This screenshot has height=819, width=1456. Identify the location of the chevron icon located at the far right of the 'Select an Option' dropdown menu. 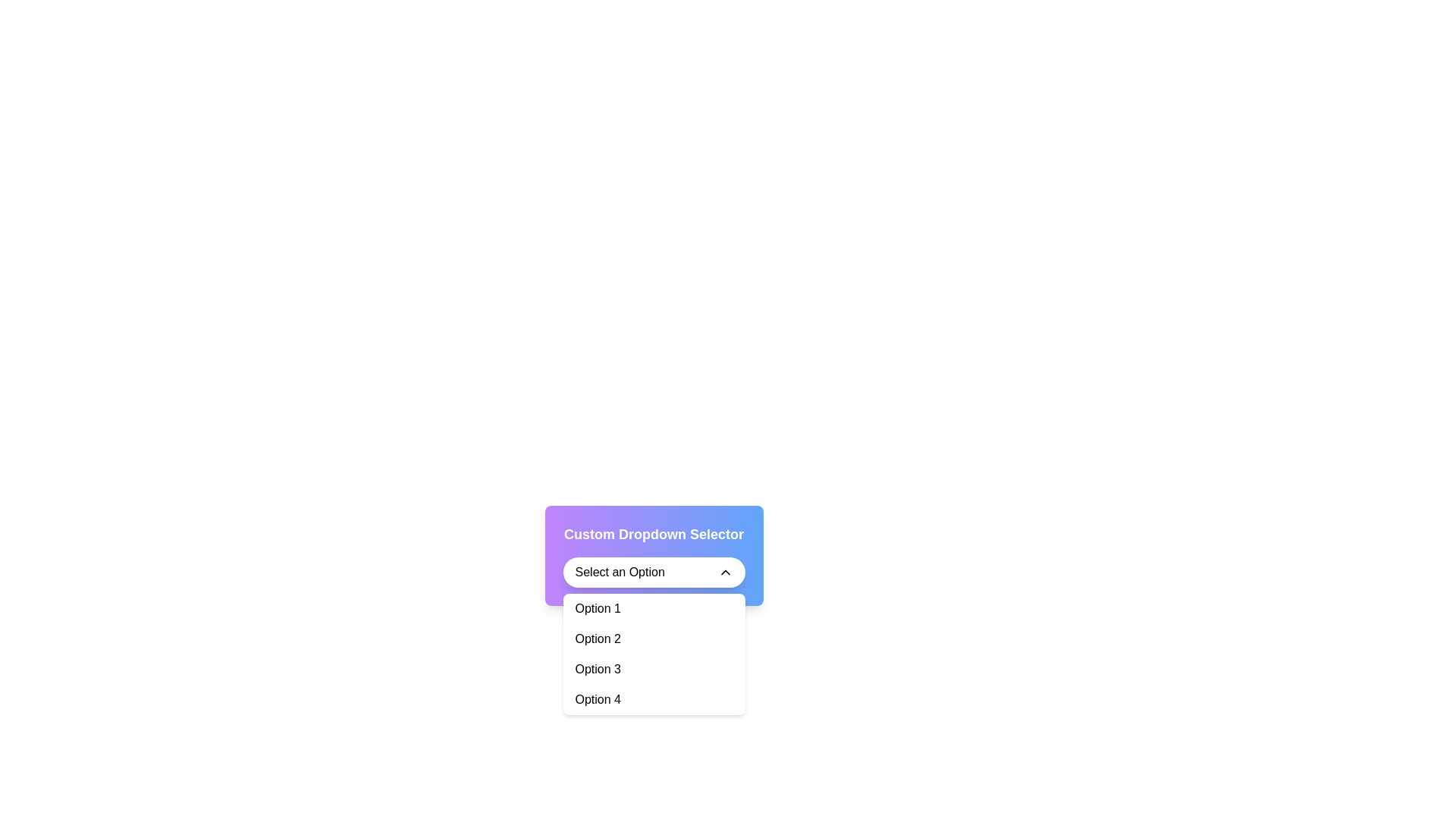
(724, 573).